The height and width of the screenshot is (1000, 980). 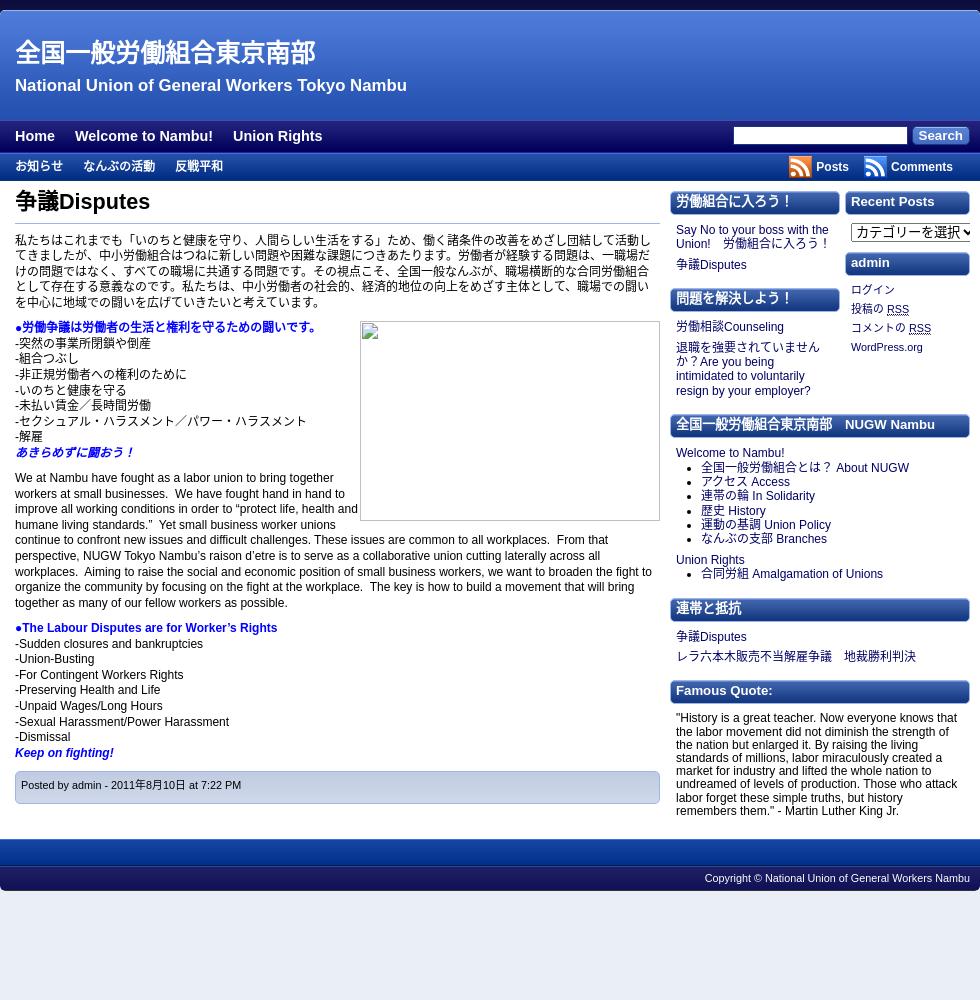 I want to click on '運動の基調 Union Policy', so click(x=700, y=525).